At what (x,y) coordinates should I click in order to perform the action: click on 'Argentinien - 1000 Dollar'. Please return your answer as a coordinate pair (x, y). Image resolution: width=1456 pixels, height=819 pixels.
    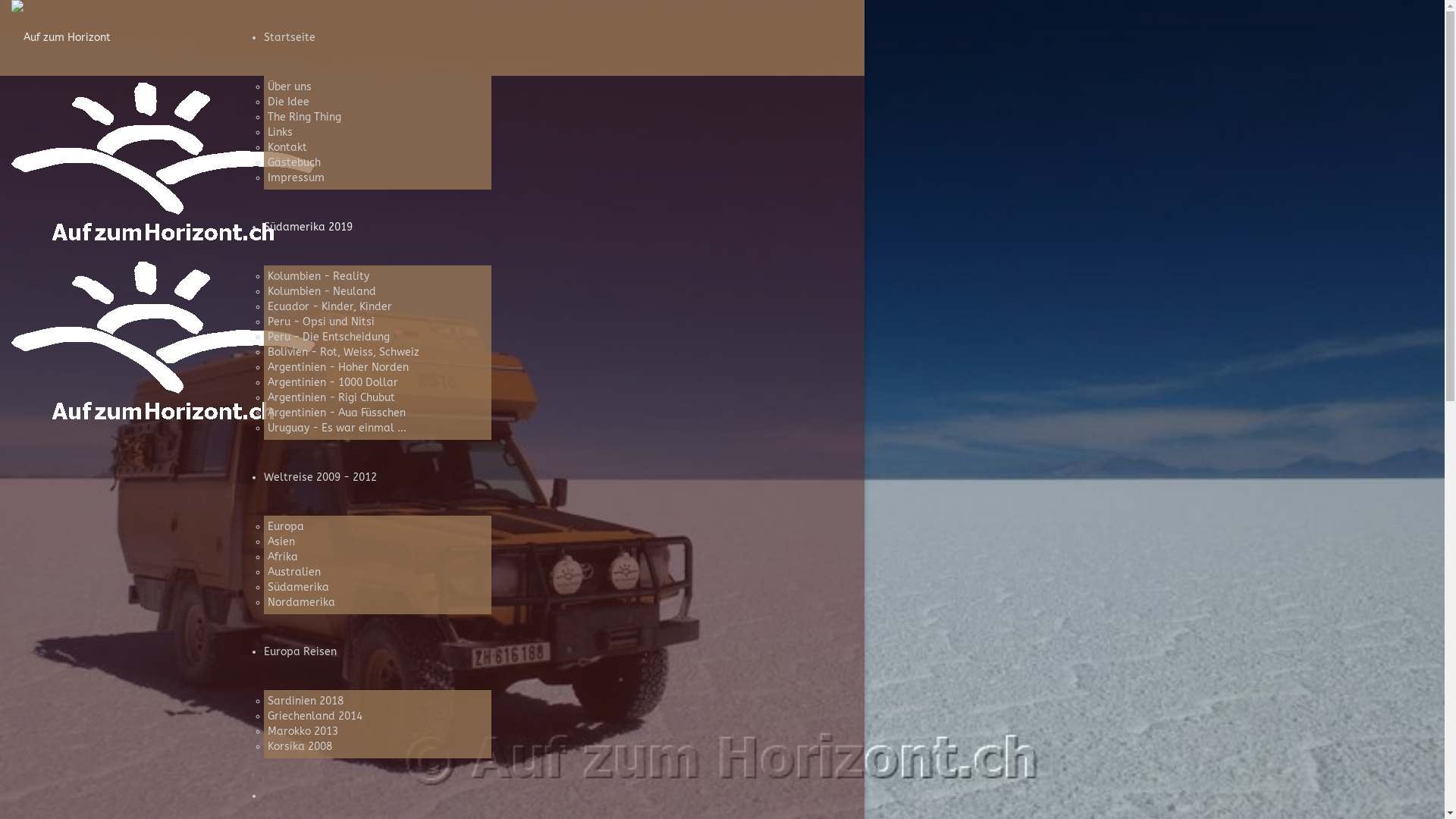
    Looking at the image, I should click on (331, 381).